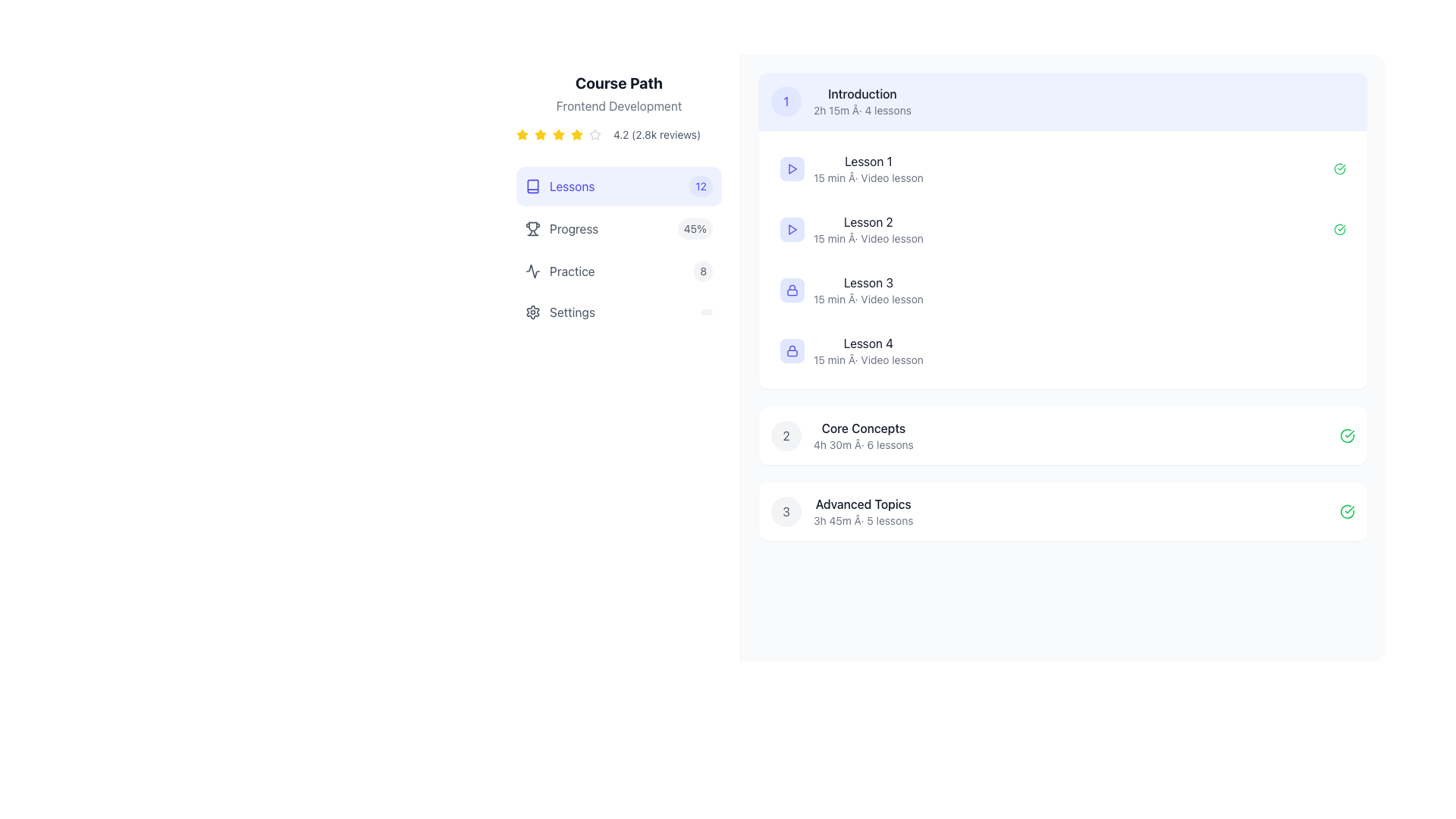 This screenshot has height=819, width=1456. I want to click on the fourth star icon in the rating system, so click(576, 133).